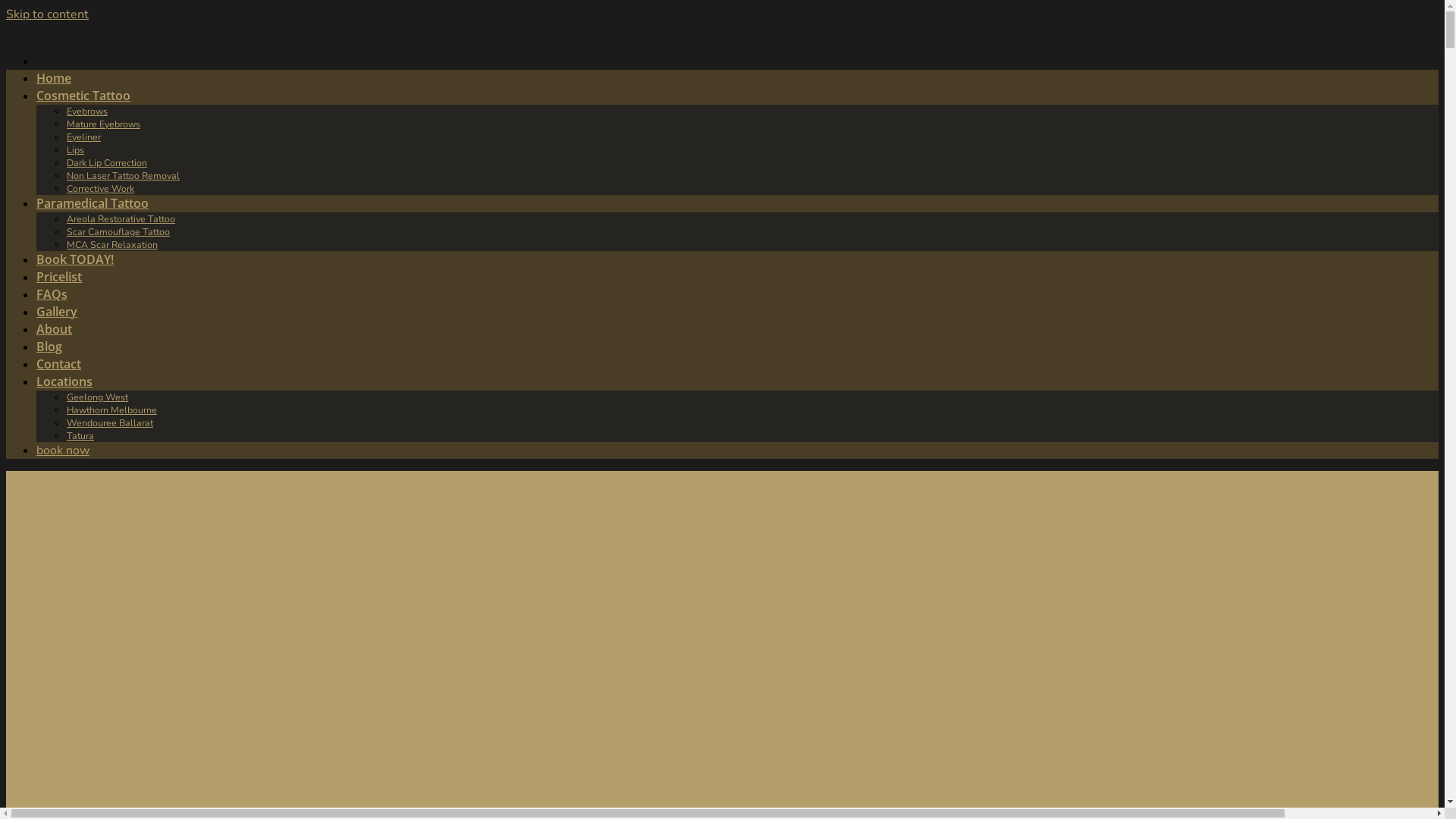 The width and height of the screenshot is (1456, 819). Describe the element at coordinates (36, 78) in the screenshot. I see `'Home'` at that location.